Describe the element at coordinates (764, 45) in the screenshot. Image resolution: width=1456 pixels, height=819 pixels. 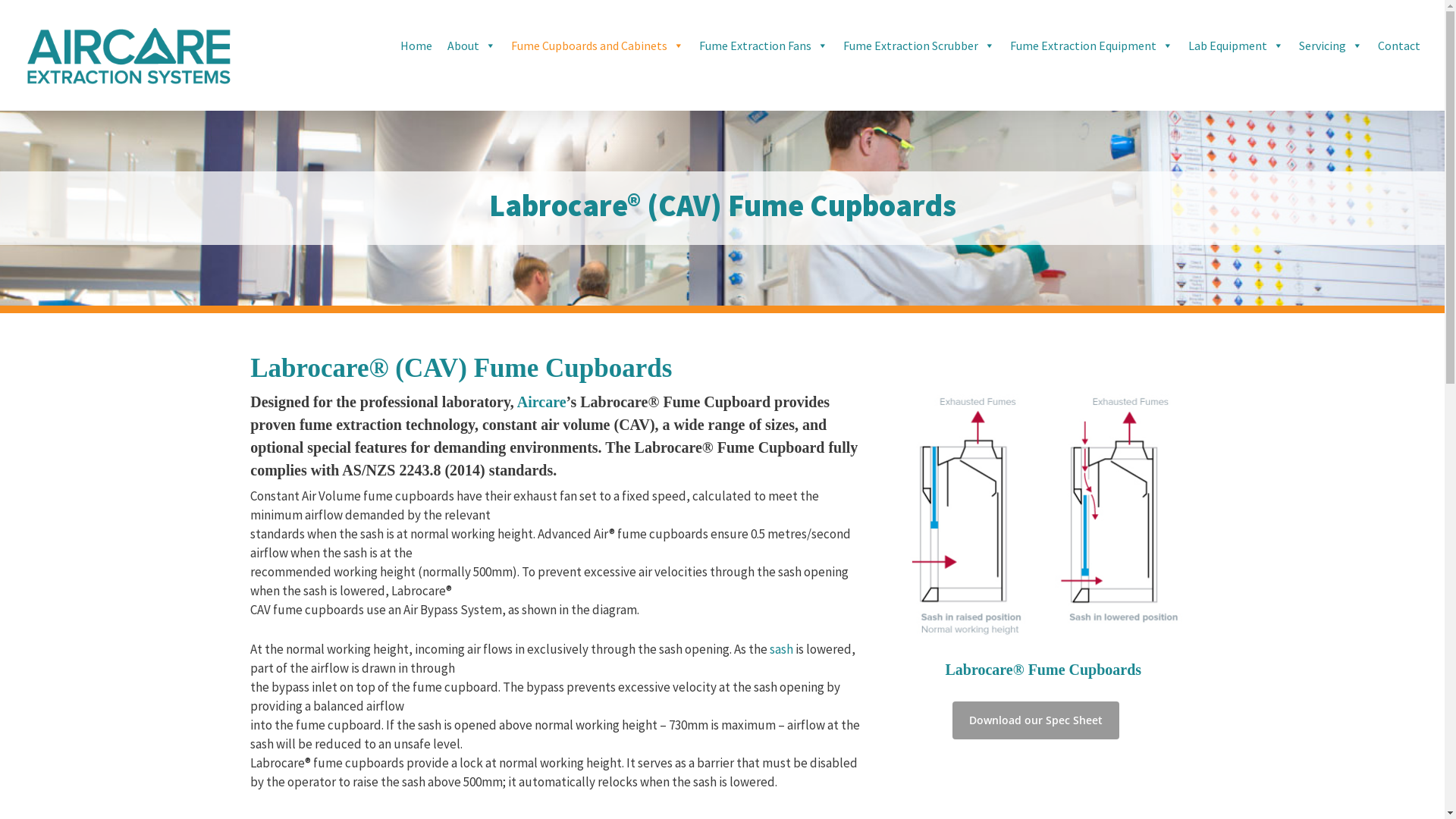
I see `'Fume Extraction Fans'` at that location.